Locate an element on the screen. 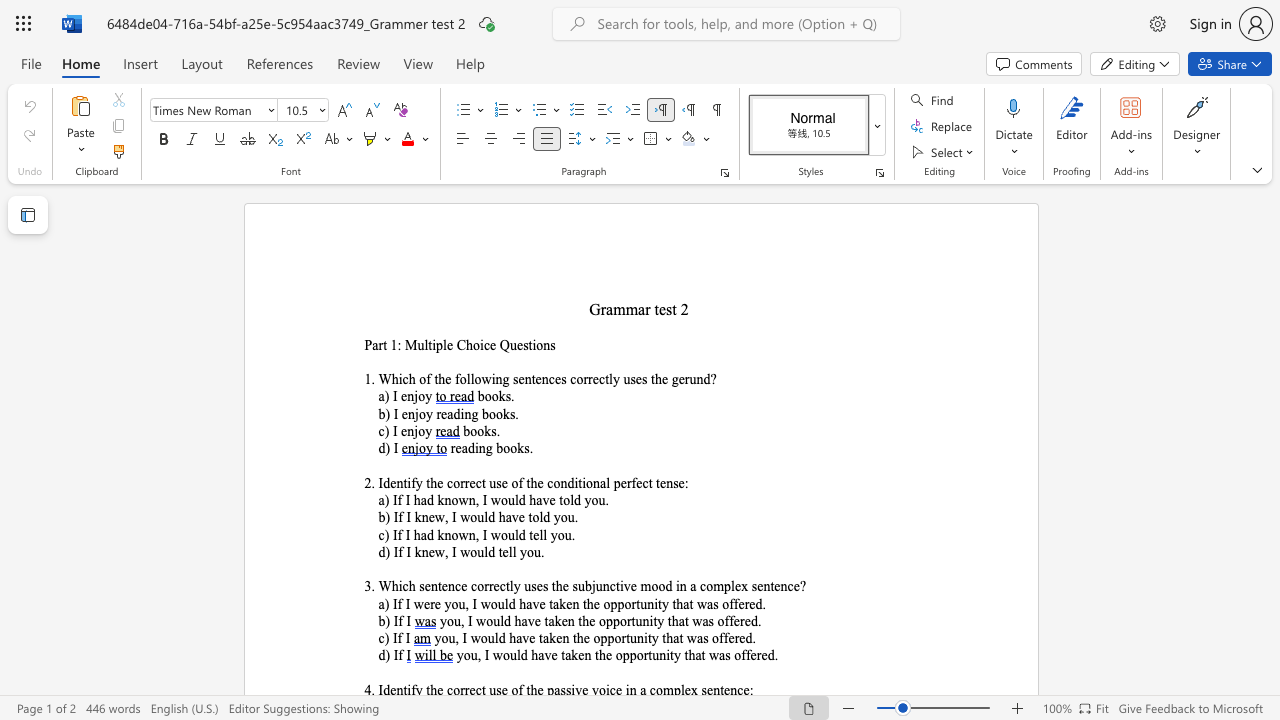 Image resolution: width=1280 pixels, height=720 pixels. the space between the continuous character "I" and "f" in the text is located at coordinates (397, 638).